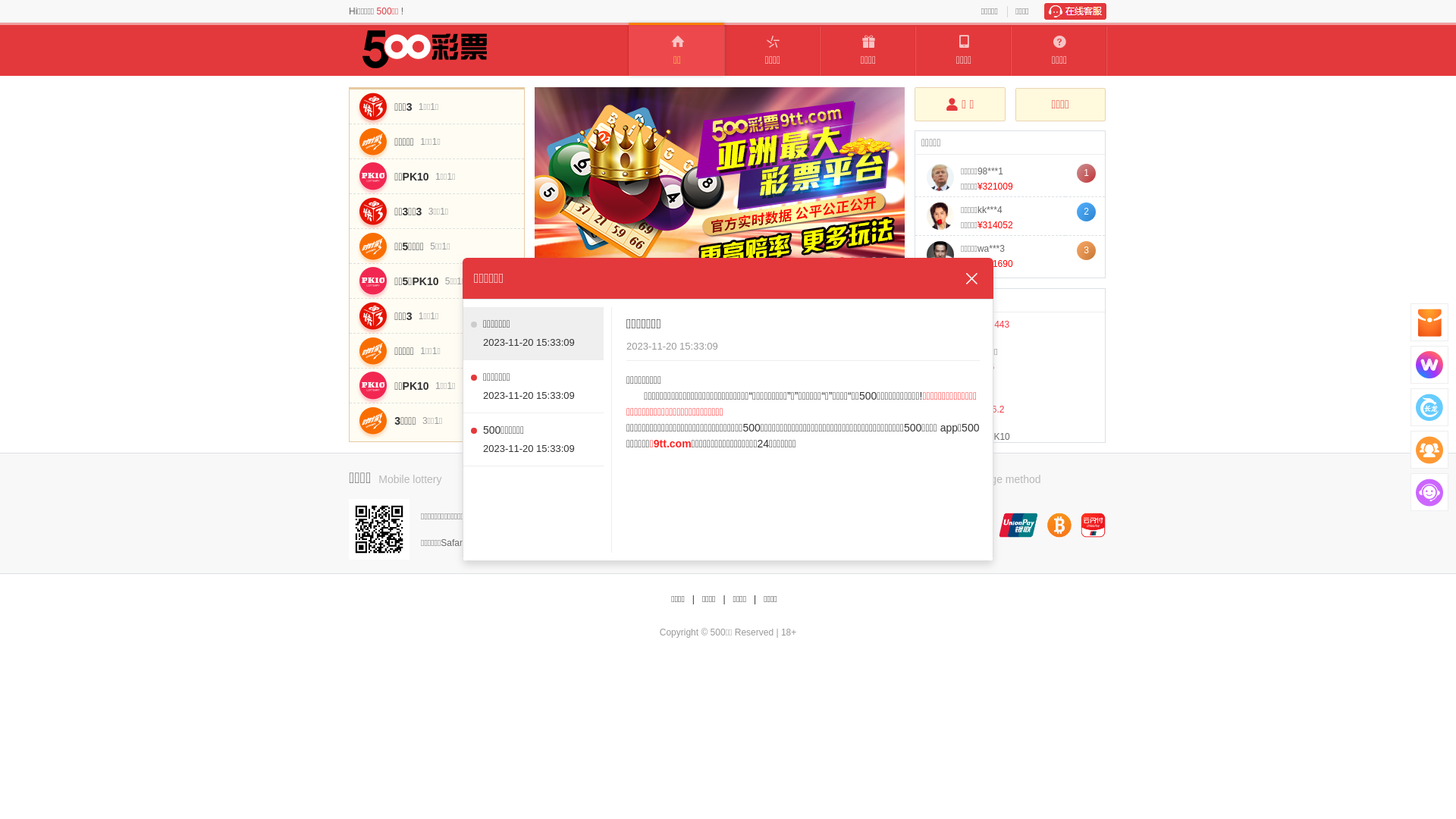 This screenshot has width=1456, height=819. What do you see at coordinates (692, 598) in the screenshot?
I see `'|'` at bounding box center [692, 598].